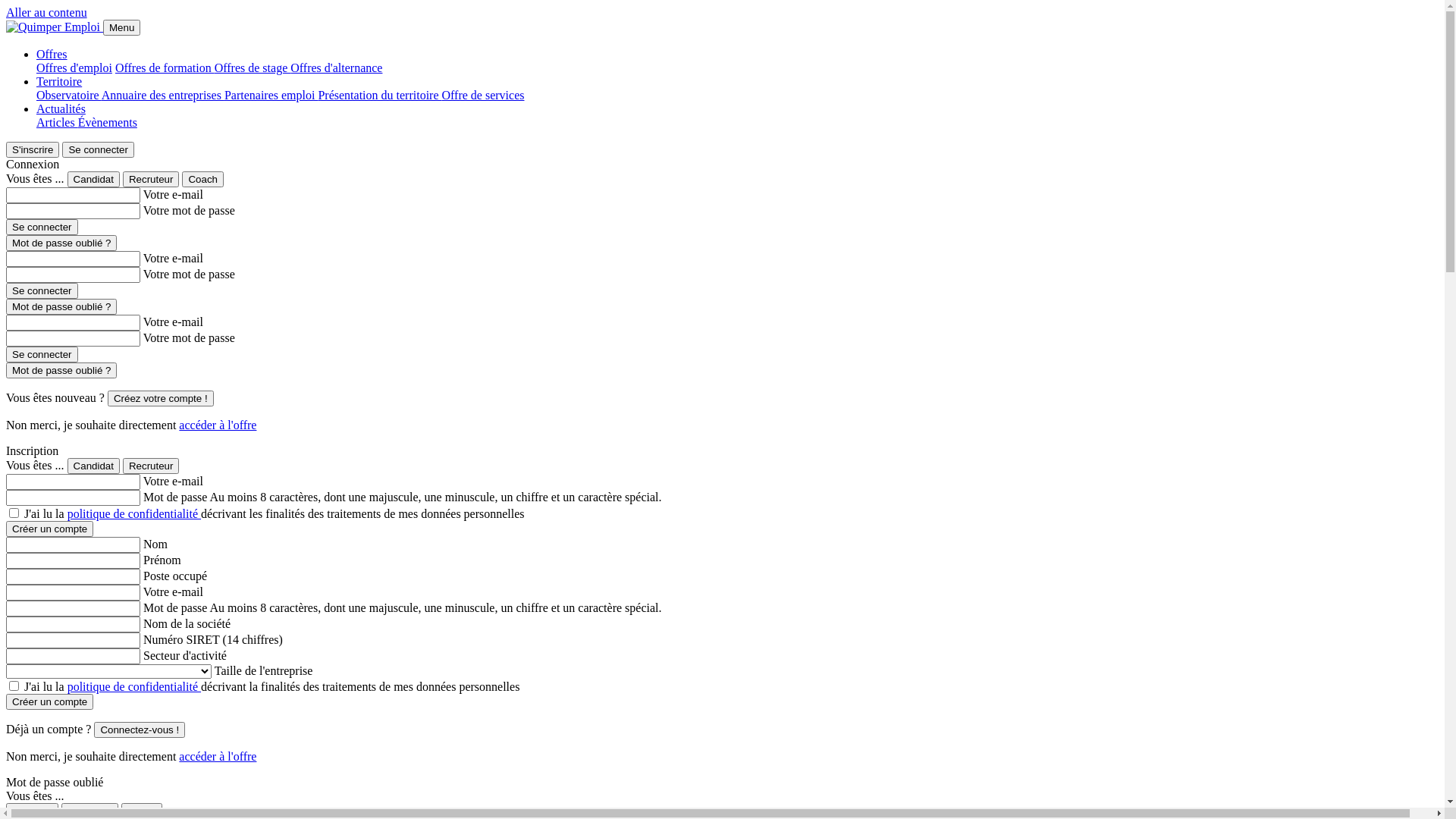 The width and height of the screenshot is (1456, 819). Describe the element at coordinates (482, 95) in the screenshot. I see `'Offre de services'` at that location.